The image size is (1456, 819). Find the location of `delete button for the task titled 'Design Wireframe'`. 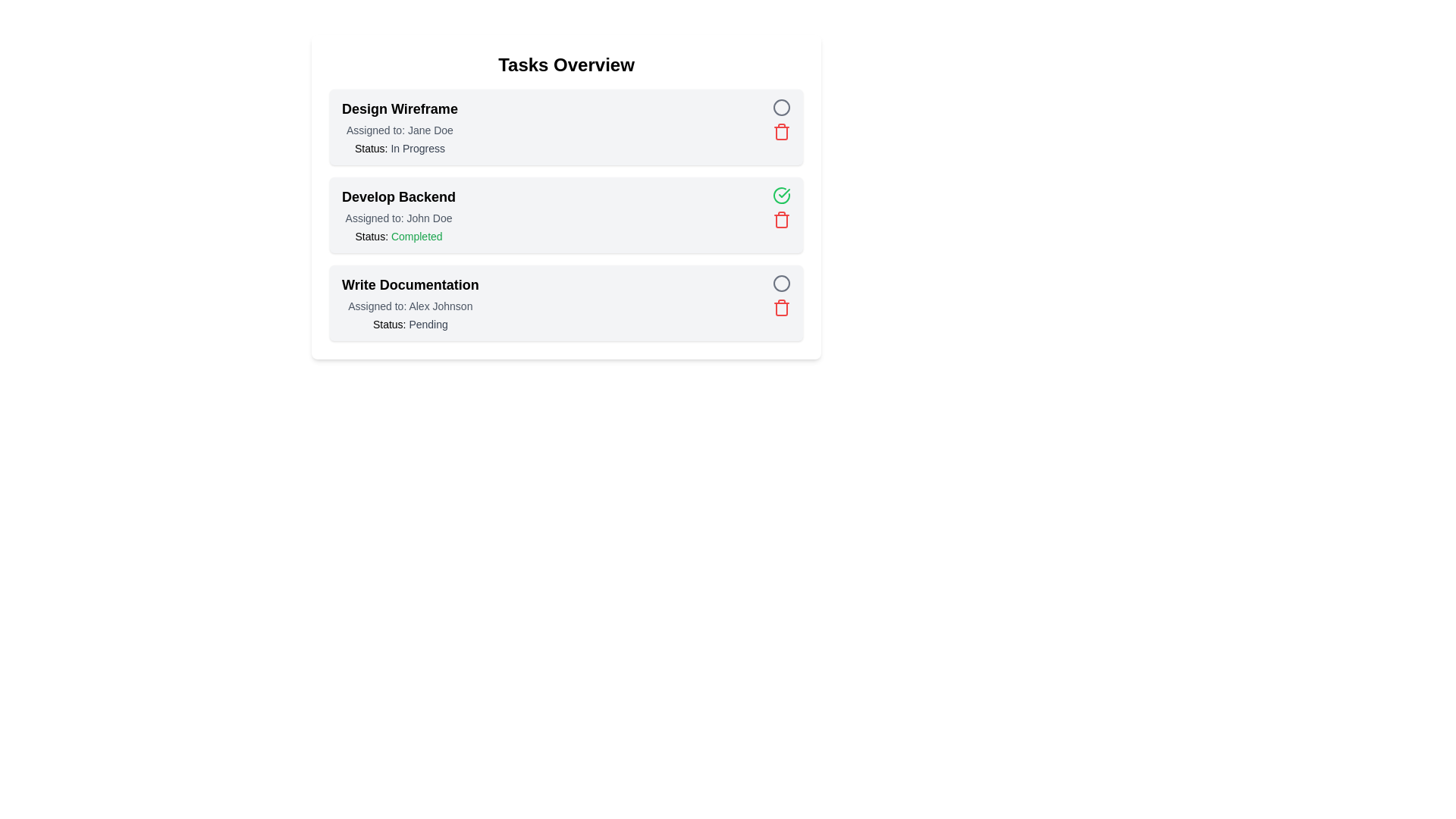

delete button for the task titled 'Design Wireframe' is located at coordinates (782, 130).